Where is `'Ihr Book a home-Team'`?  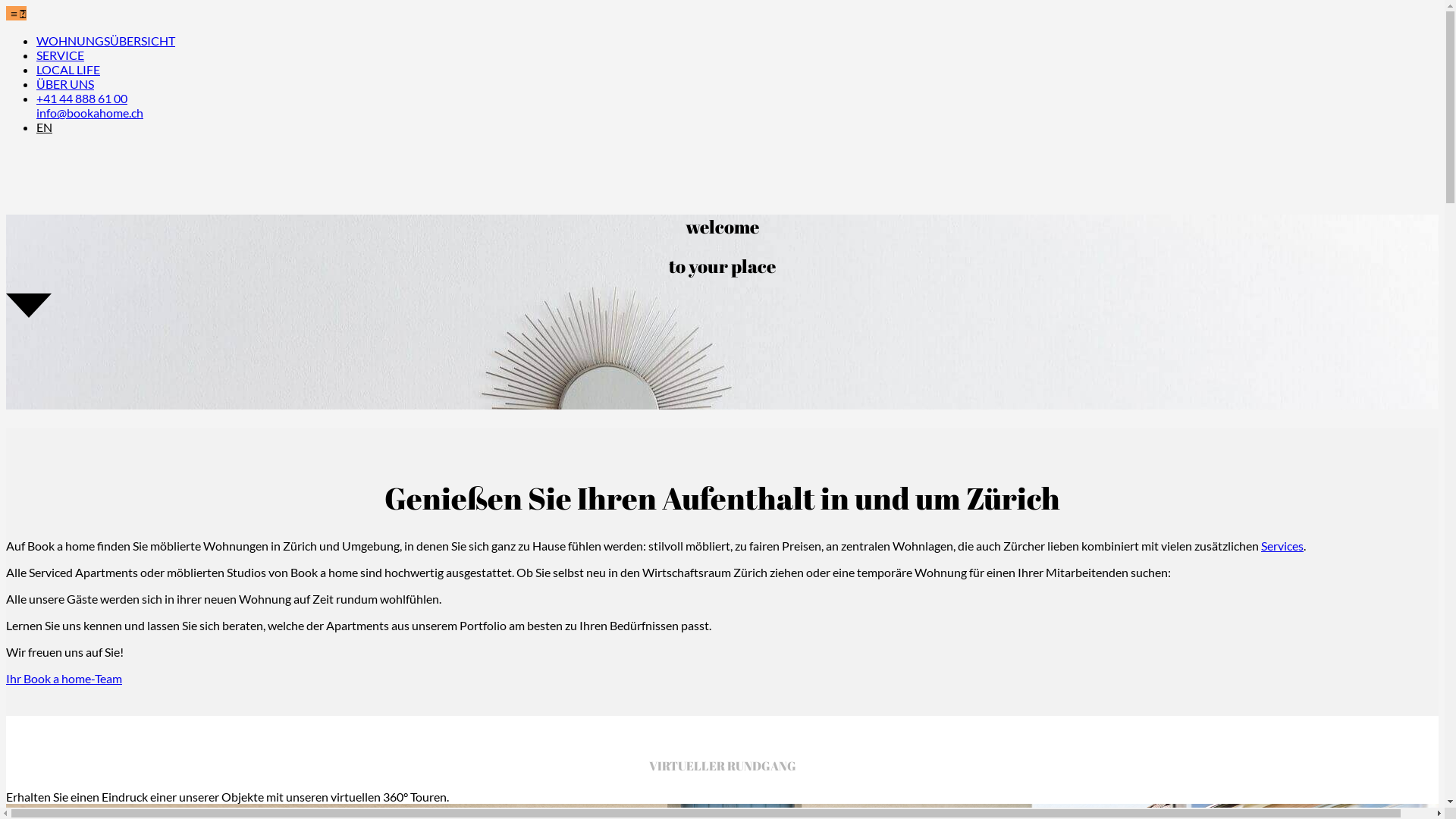
'Ihr Book a home-Team' is located at coordinates (6, 677).